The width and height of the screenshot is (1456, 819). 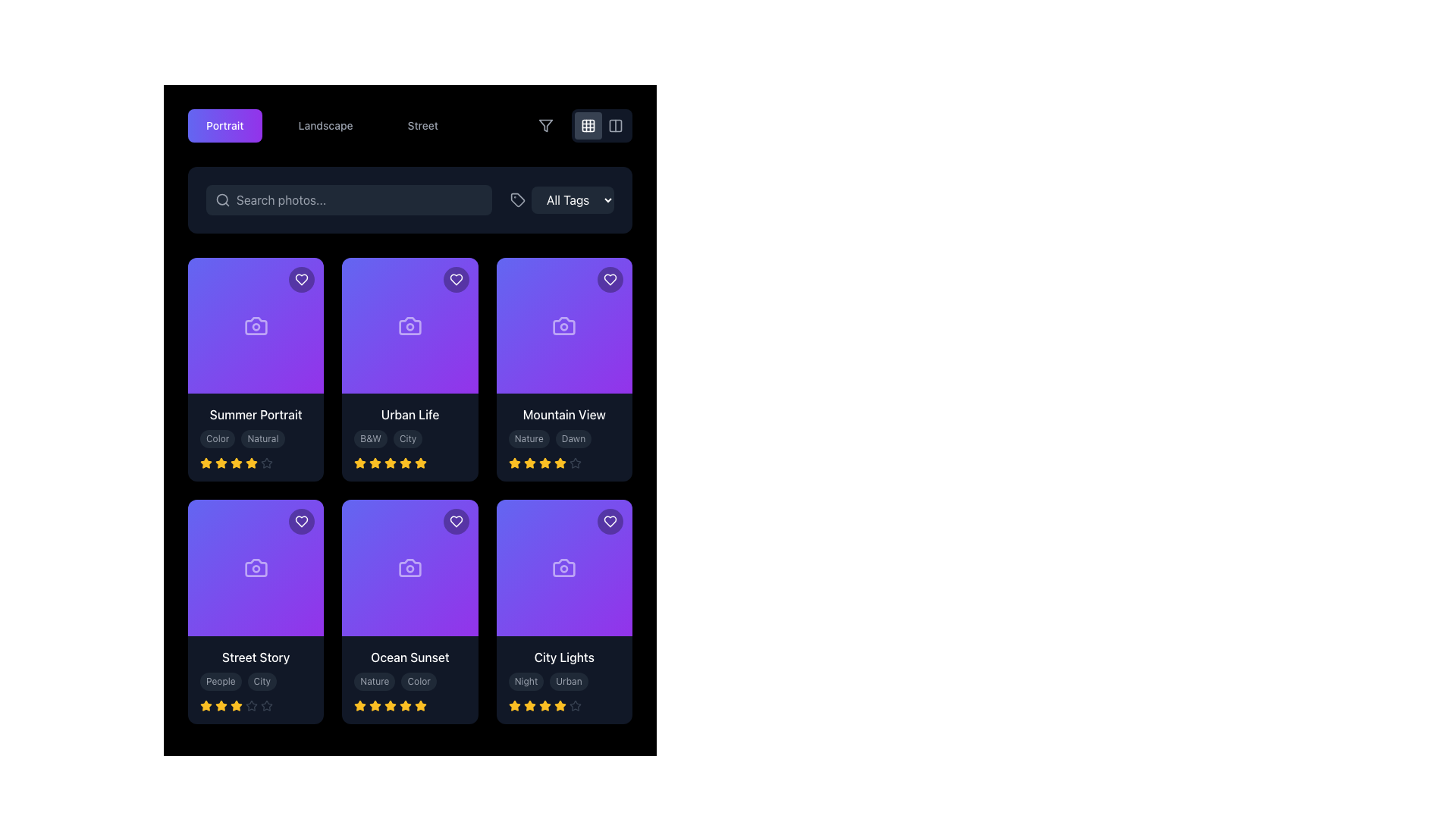 What do you see at coordinates (262, 680) in the screenshot?
I see `text from the label 'City', which is styled with a dark gray background and lighter gray rounded text, located under the card titled 'Street Story' in the lower-left corner of the grid` at bounding box center [262, 680].